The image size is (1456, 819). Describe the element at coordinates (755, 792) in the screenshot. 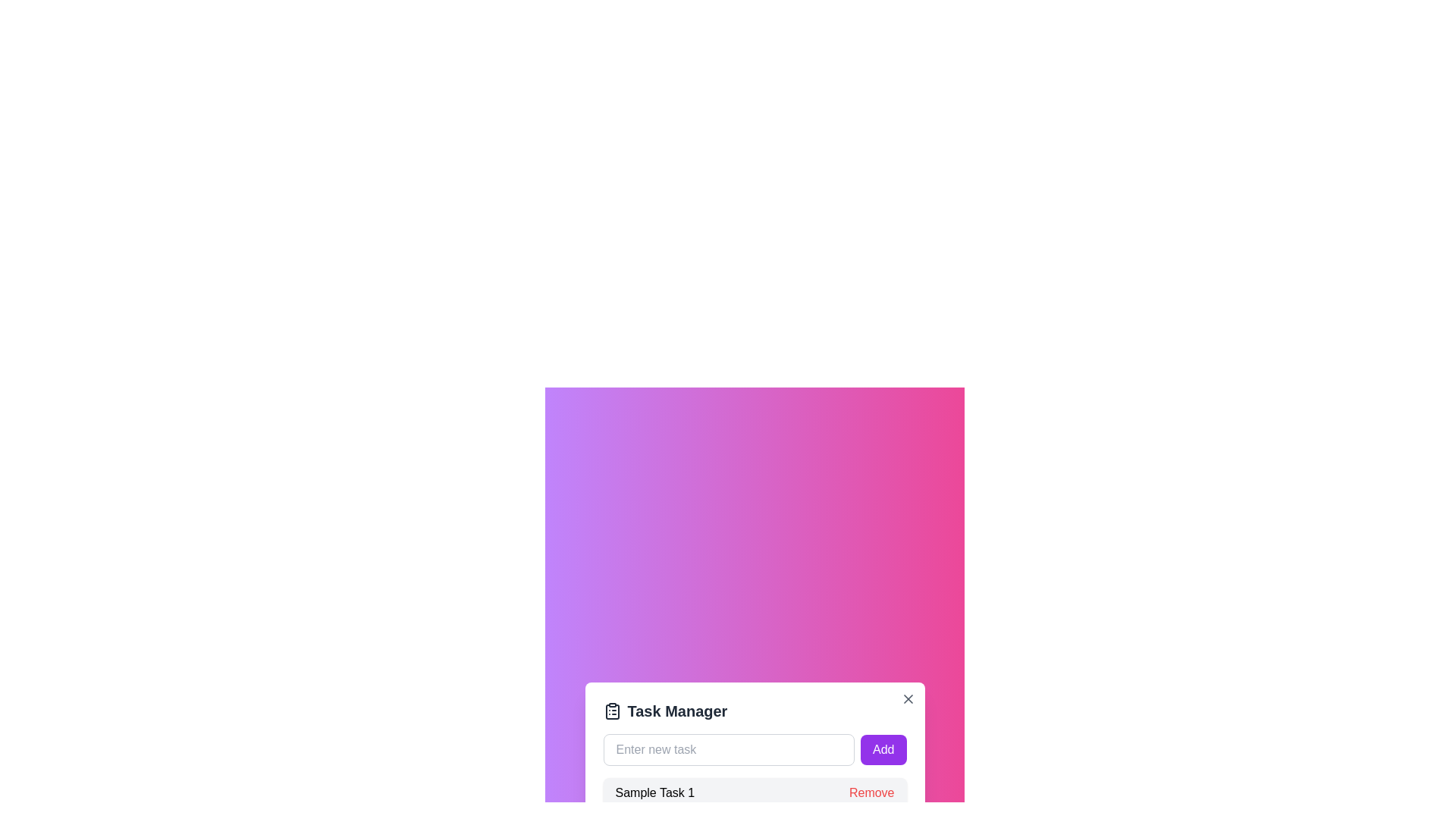

I see `task name from the first item in the task manager list, which includes a 'Remove' button for deletion` at that location.